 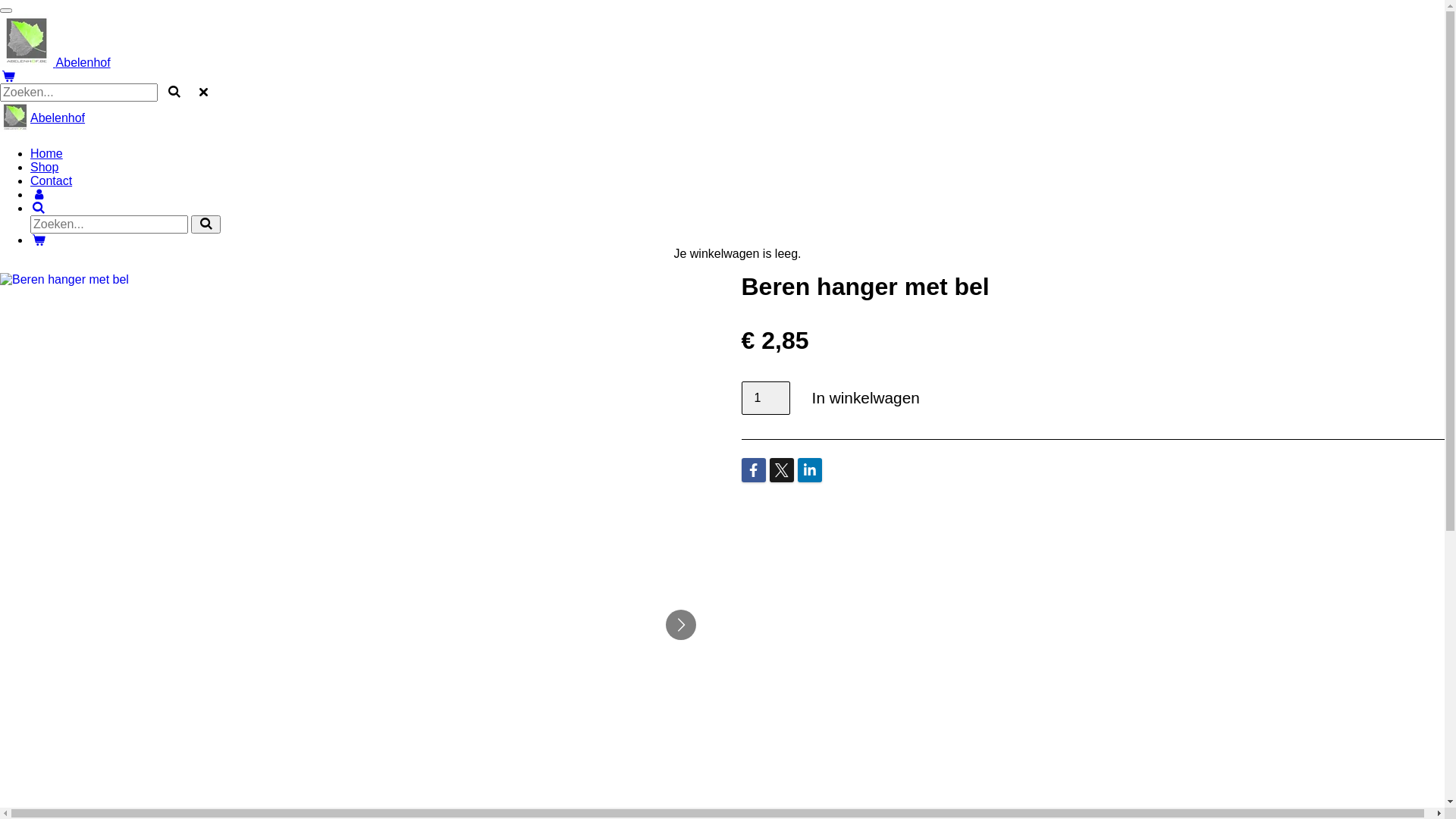 What do you see at coordinates (44, 167) in the screenshot?
I see `'Shop'` at bounding box center [44, 167].